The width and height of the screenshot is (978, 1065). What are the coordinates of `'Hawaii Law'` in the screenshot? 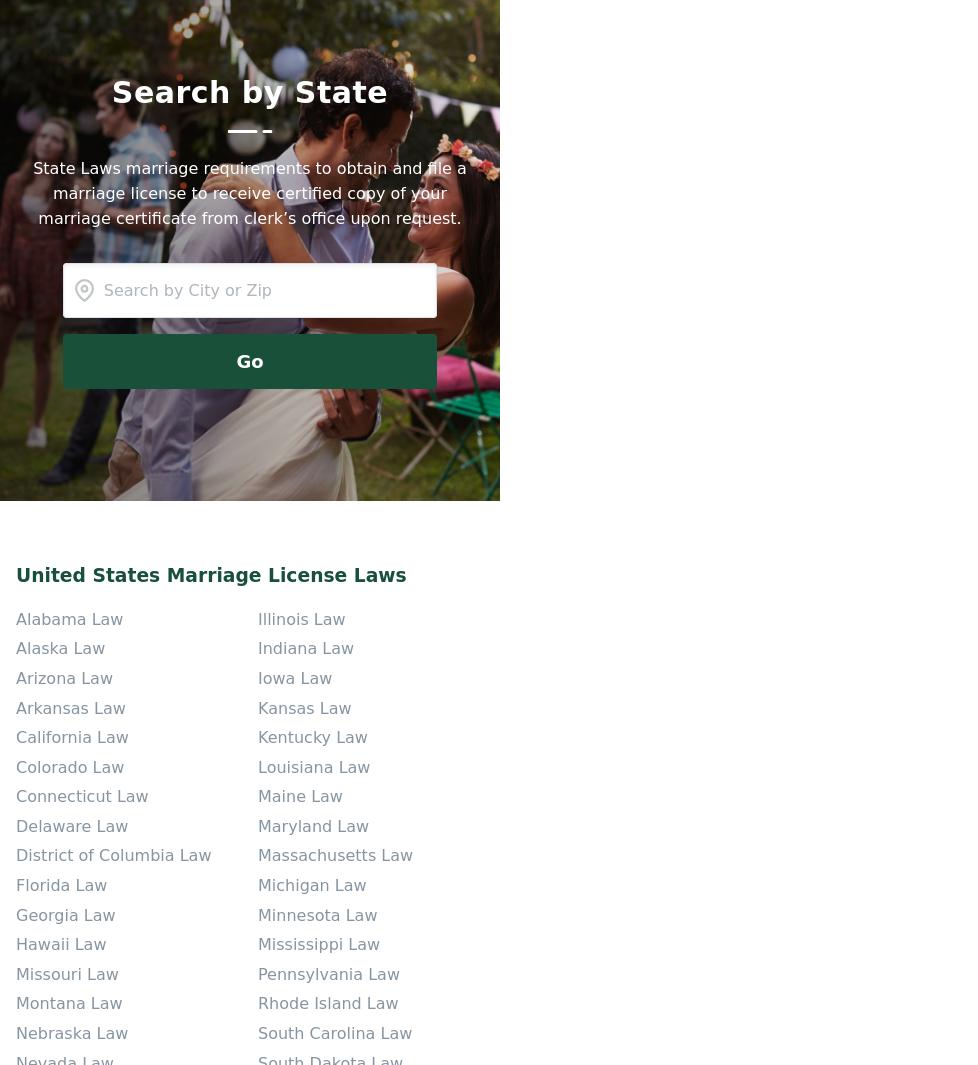 It's located at (61, 944).